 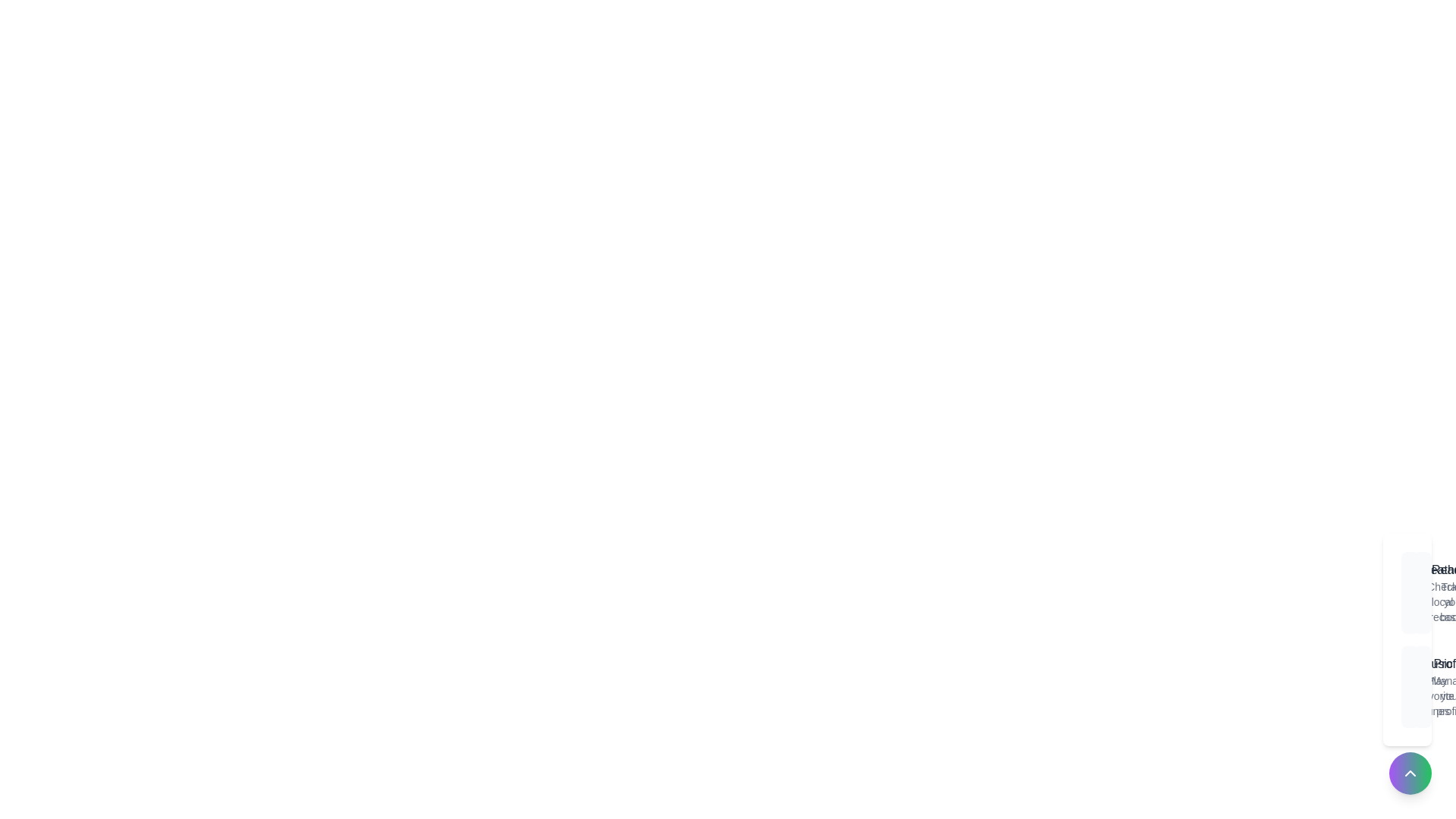 I want to click on the element labeled Music to observe its hover effect, so click(x=1410, y=687).